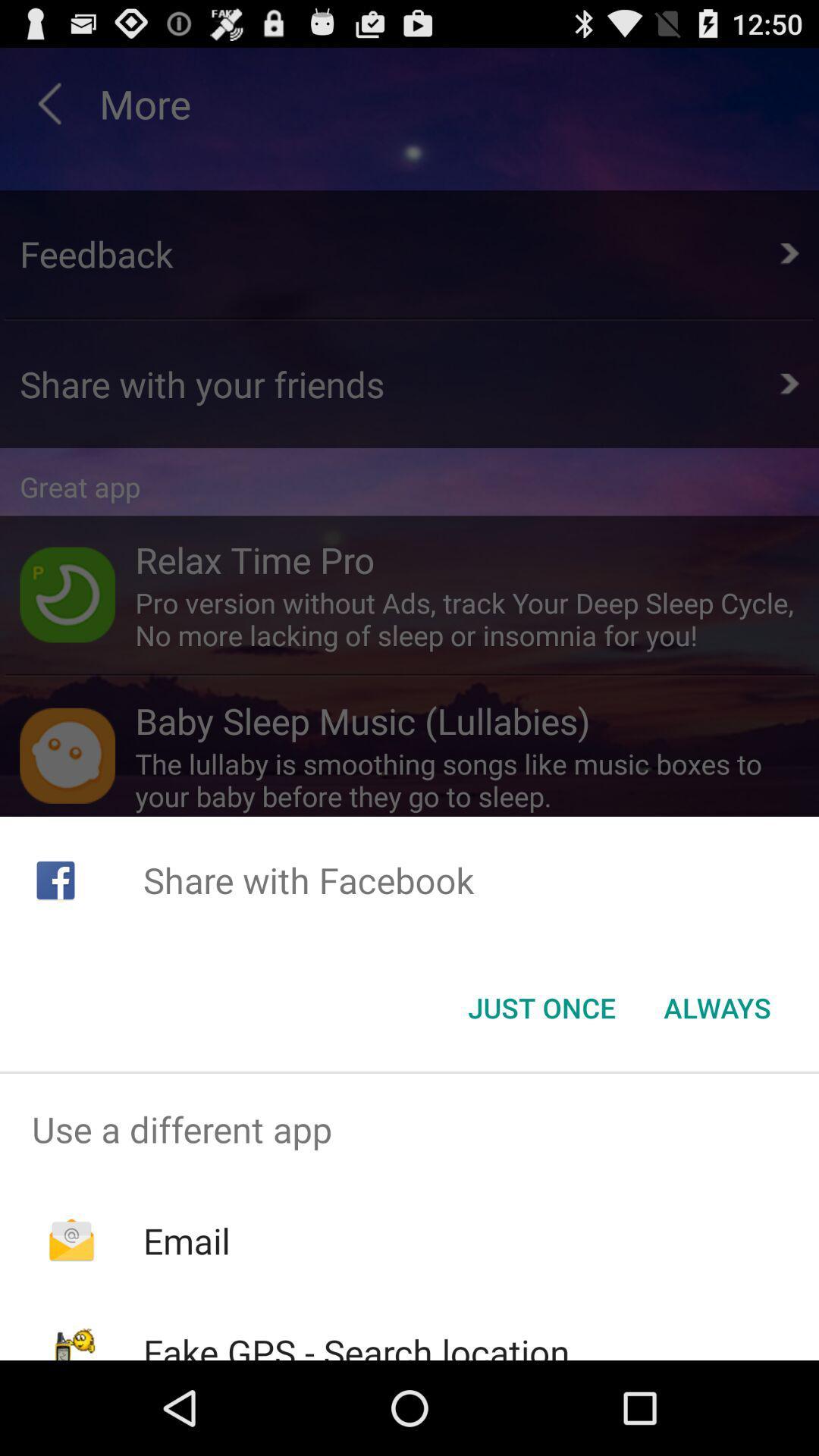  What do you see at coordinates (409, 1129) in the screenshot?
I see `use a different item` at bounding box center [409, 1129].